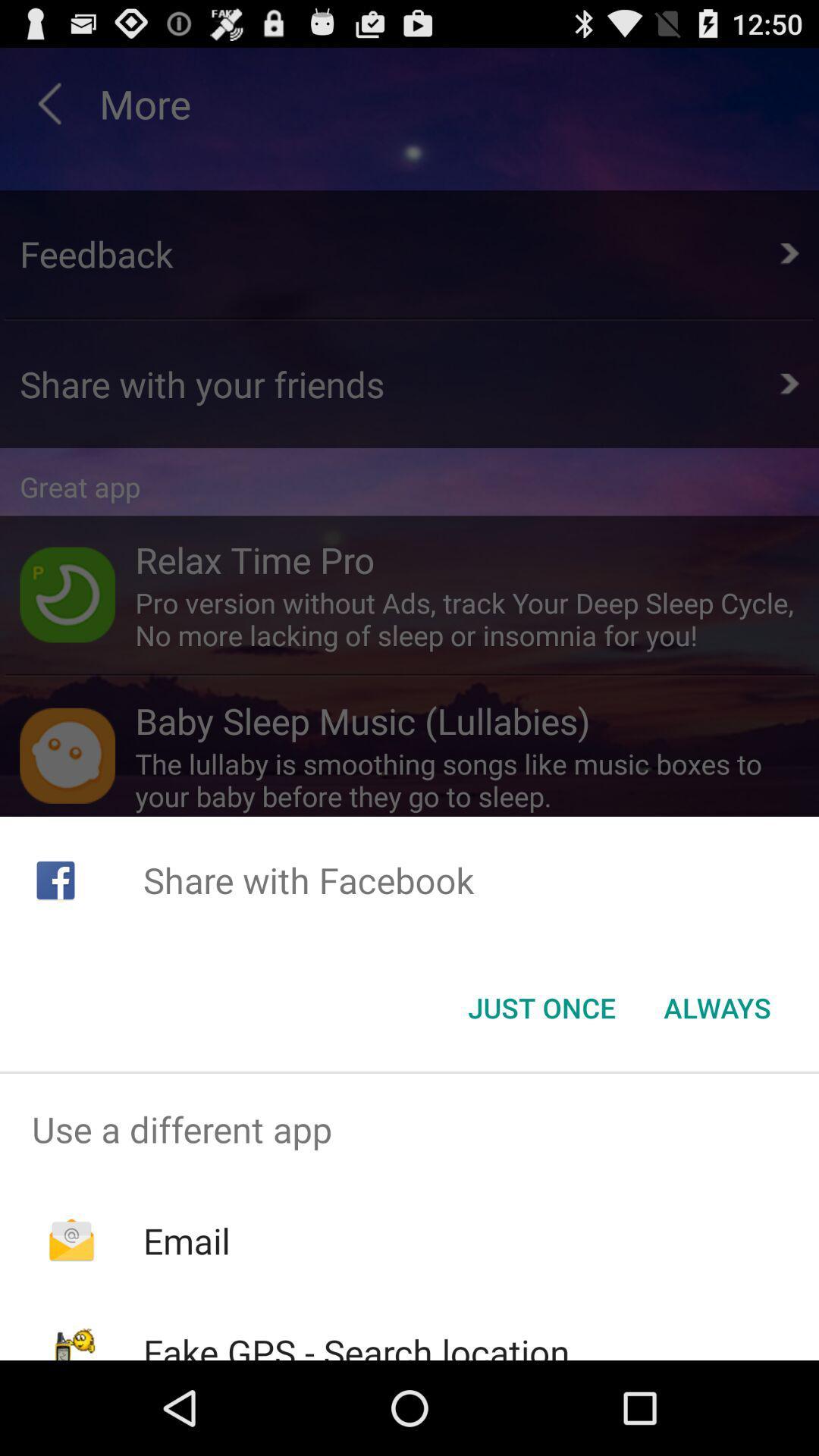  What do you see at coordinates (409, 1129) in the screenshot?
I see `use a different item` at bounding box center [409, 1129].